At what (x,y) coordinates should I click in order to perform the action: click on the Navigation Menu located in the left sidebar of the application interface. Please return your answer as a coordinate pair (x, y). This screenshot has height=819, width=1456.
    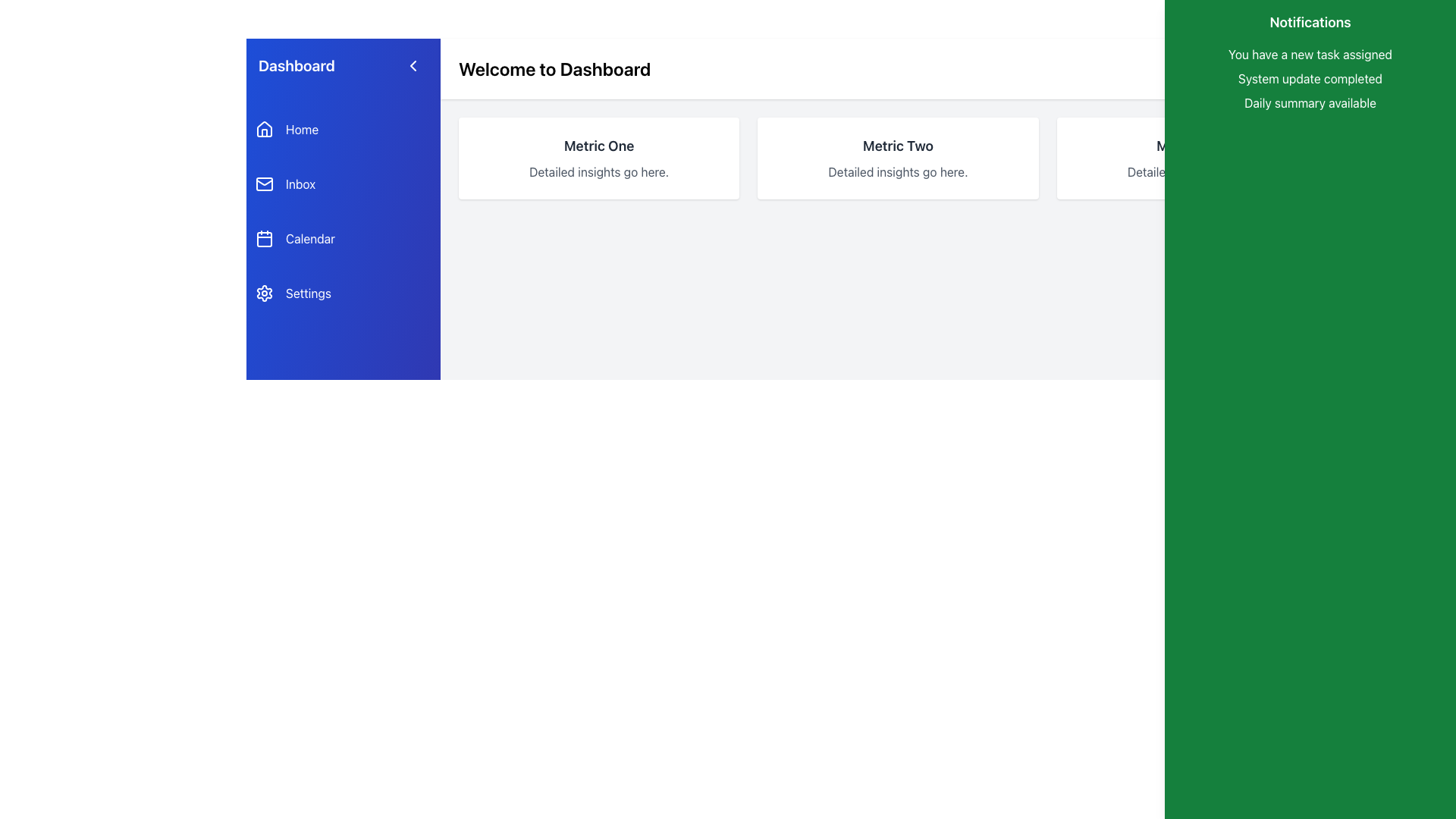
    Looking at the image, I should click on (342, 211).